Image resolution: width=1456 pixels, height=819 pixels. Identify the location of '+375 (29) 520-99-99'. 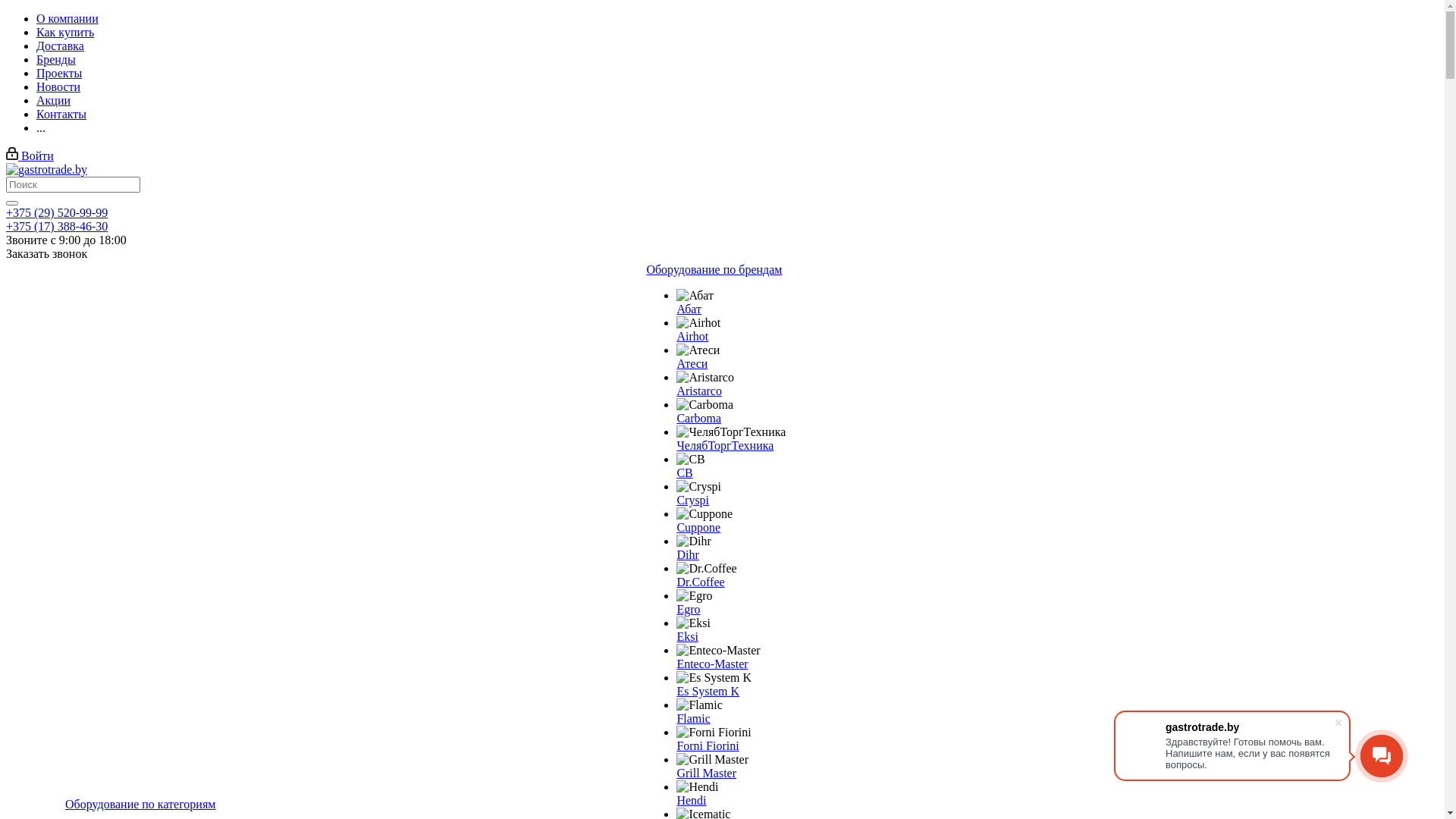
(57, 212).